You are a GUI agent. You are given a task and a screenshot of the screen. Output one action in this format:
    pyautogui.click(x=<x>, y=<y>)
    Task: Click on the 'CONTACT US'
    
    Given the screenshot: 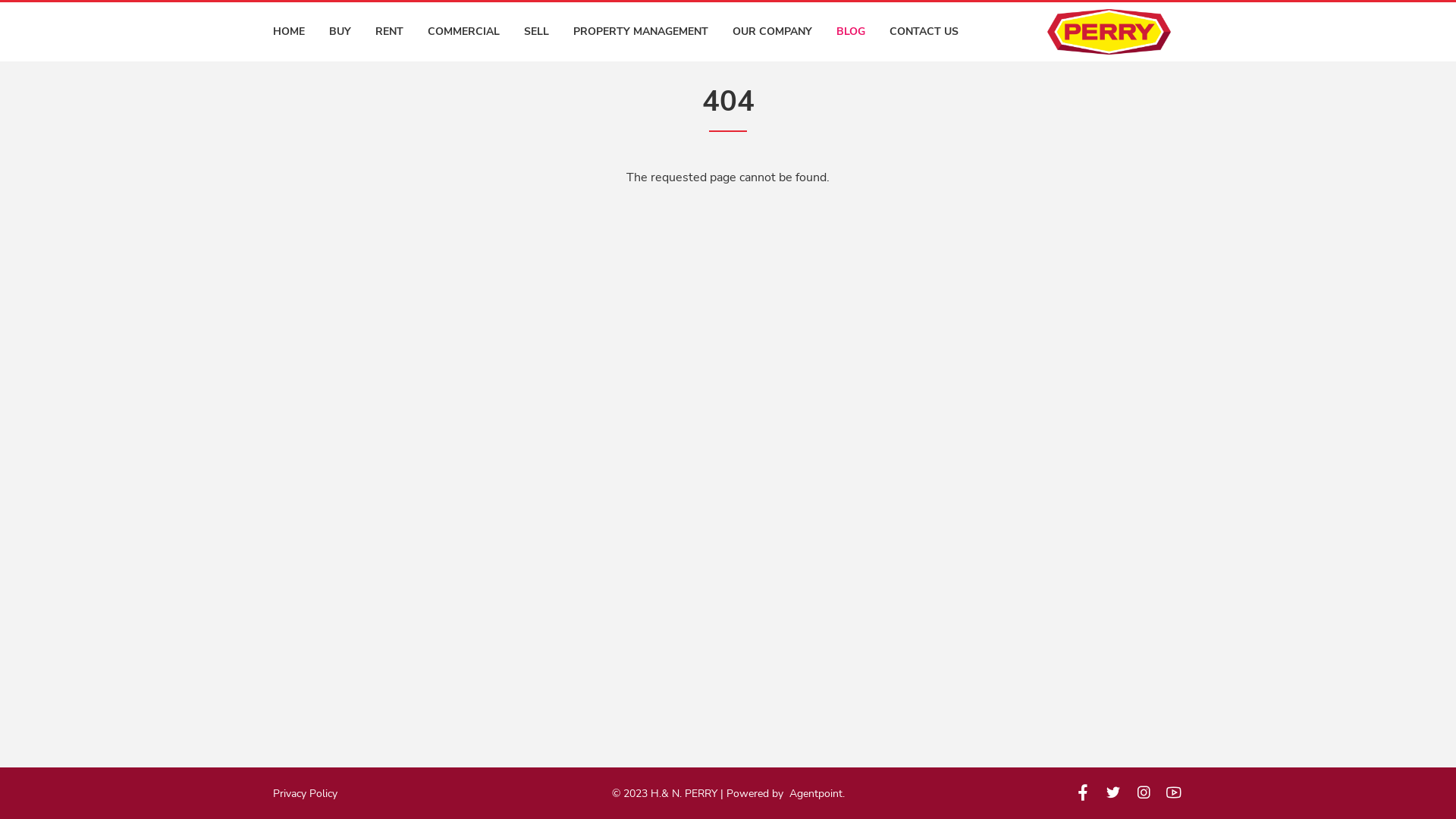 What is the action you would take?
    pyautogui.click(x=923, y=32)
    